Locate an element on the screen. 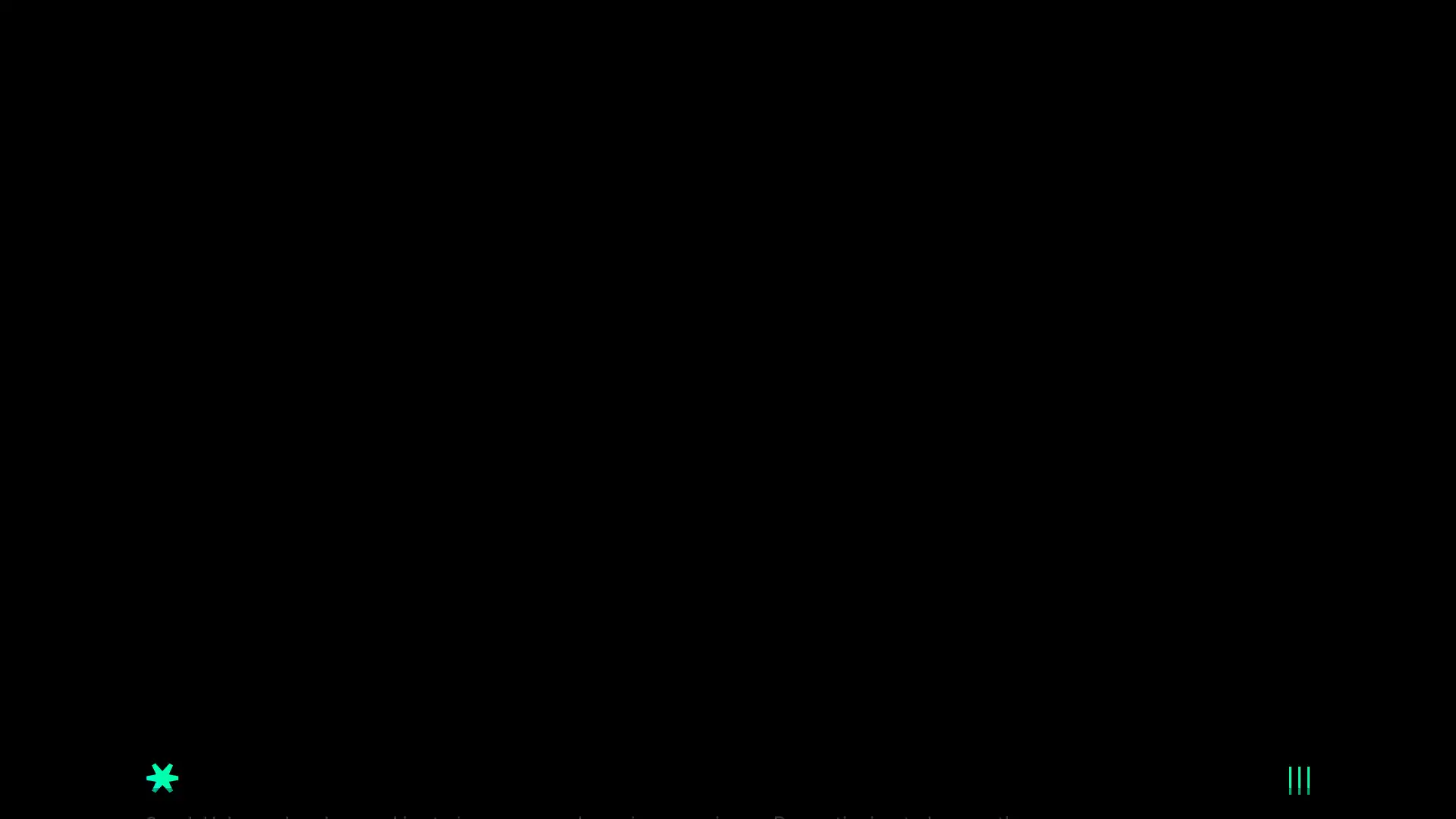 The height and width of the screenshot is (819, 1456). Got it! is located at coordinates (1266, 768).